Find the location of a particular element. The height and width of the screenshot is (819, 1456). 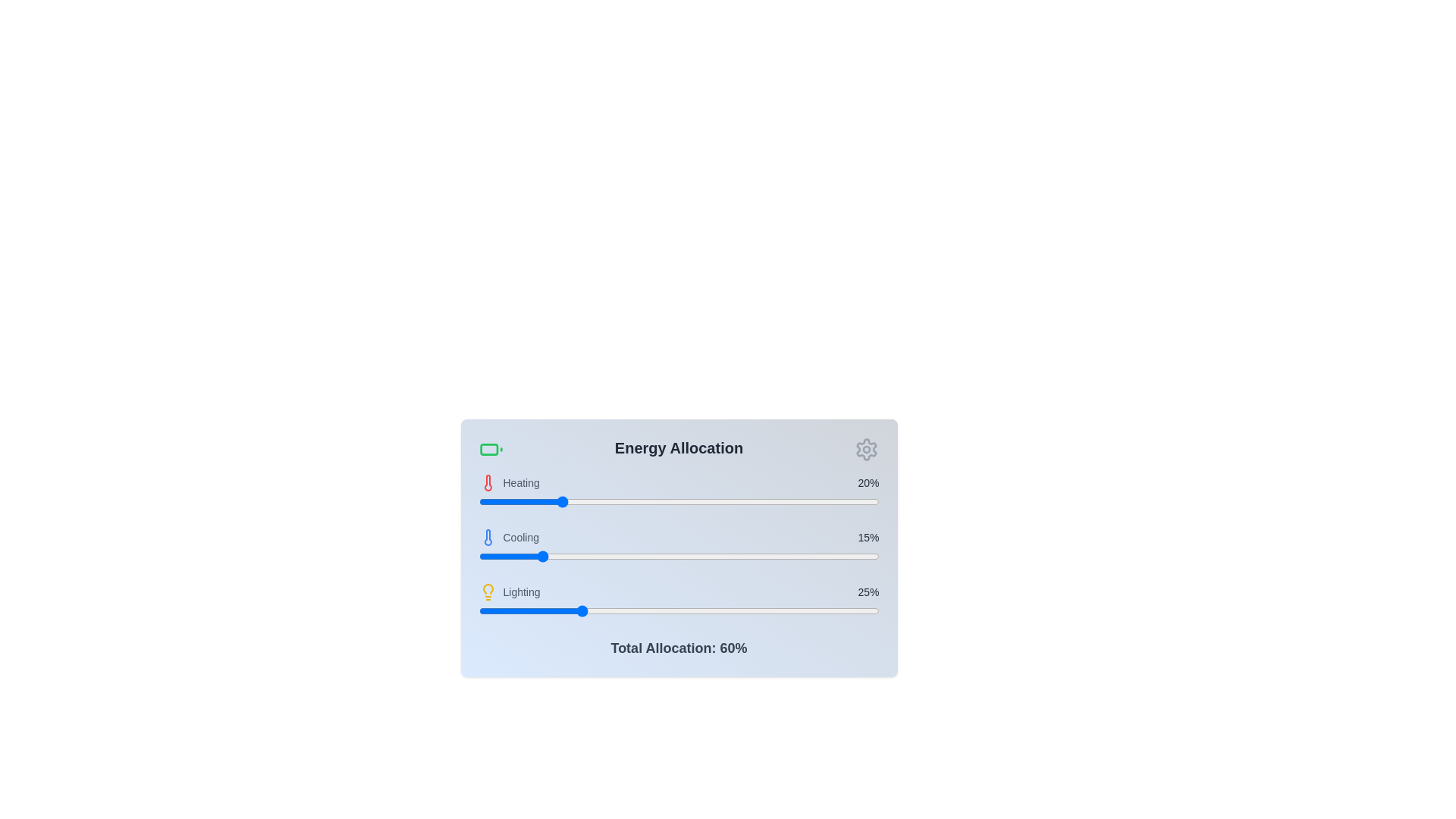

the lighting allocation slider to 36% is located at coordinates (623, 610).